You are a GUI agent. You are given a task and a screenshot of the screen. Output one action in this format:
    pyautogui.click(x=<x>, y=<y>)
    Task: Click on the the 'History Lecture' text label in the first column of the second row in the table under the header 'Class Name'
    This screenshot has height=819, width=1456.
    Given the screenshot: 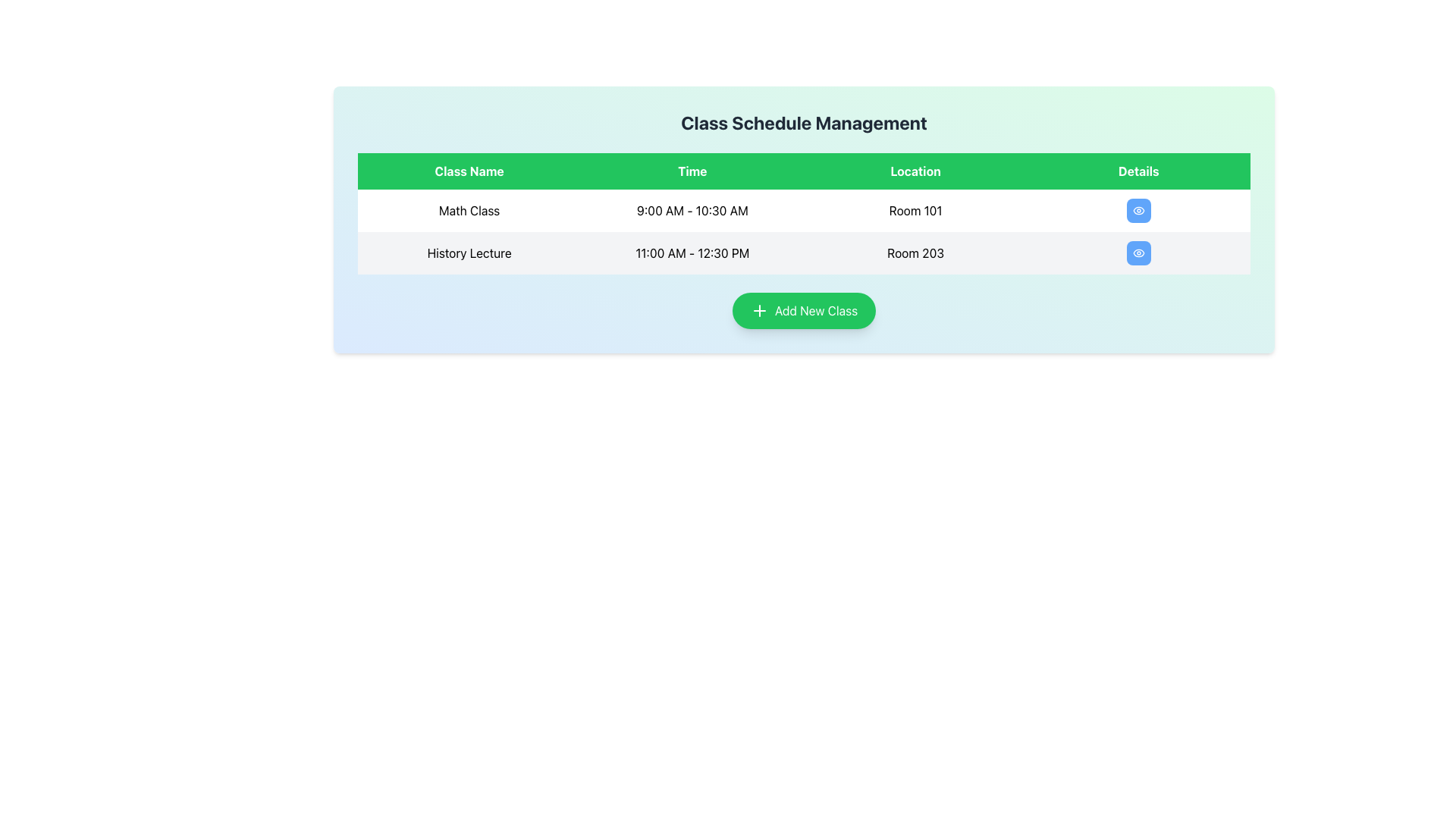 What is the action you would take?
    pyautogui.click(x=469, y=253)
    